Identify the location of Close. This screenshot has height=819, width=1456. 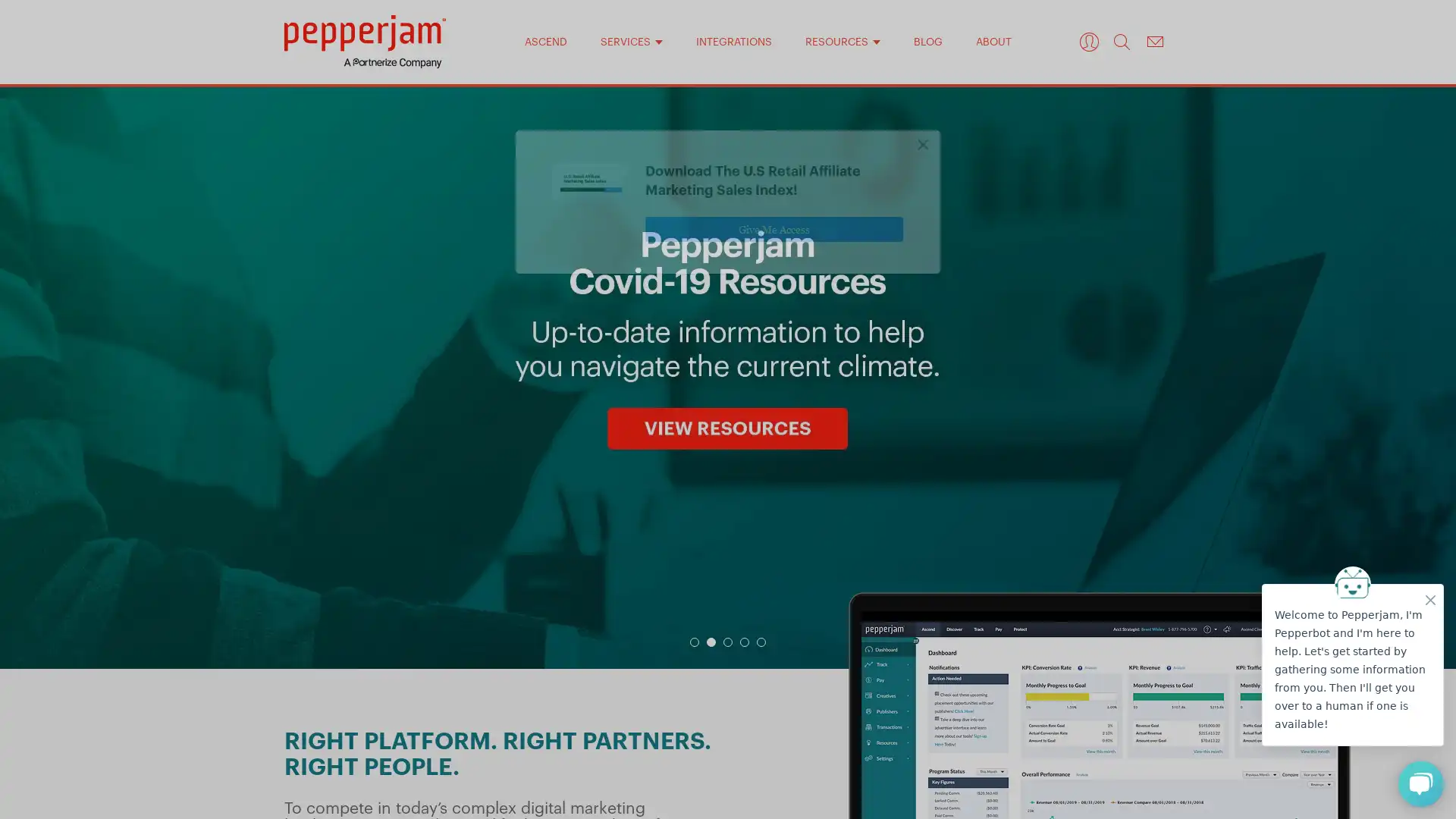
(924, 166).